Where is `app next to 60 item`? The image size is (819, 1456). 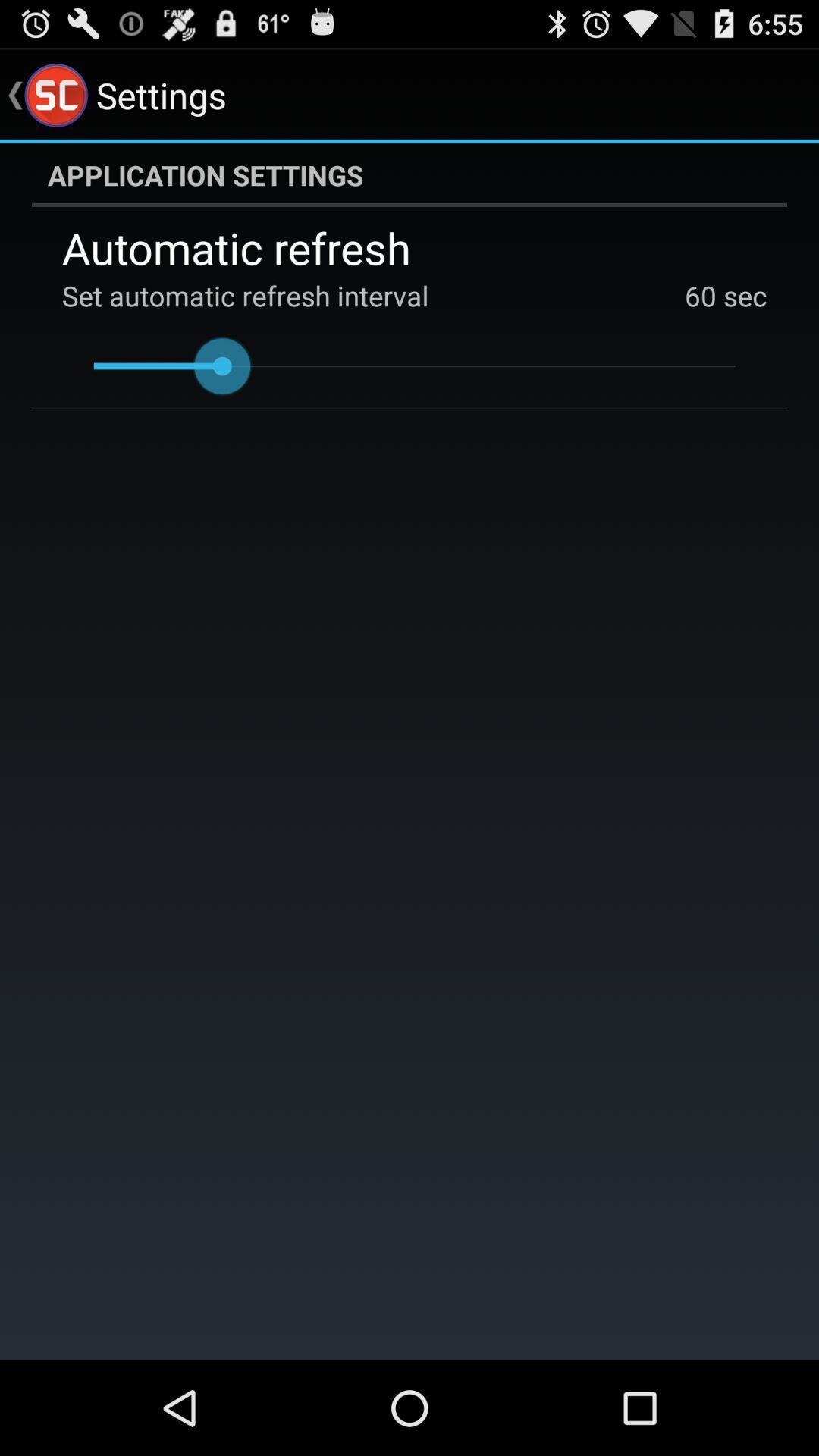
app next to 60 item is located at coordinates (741, 295).